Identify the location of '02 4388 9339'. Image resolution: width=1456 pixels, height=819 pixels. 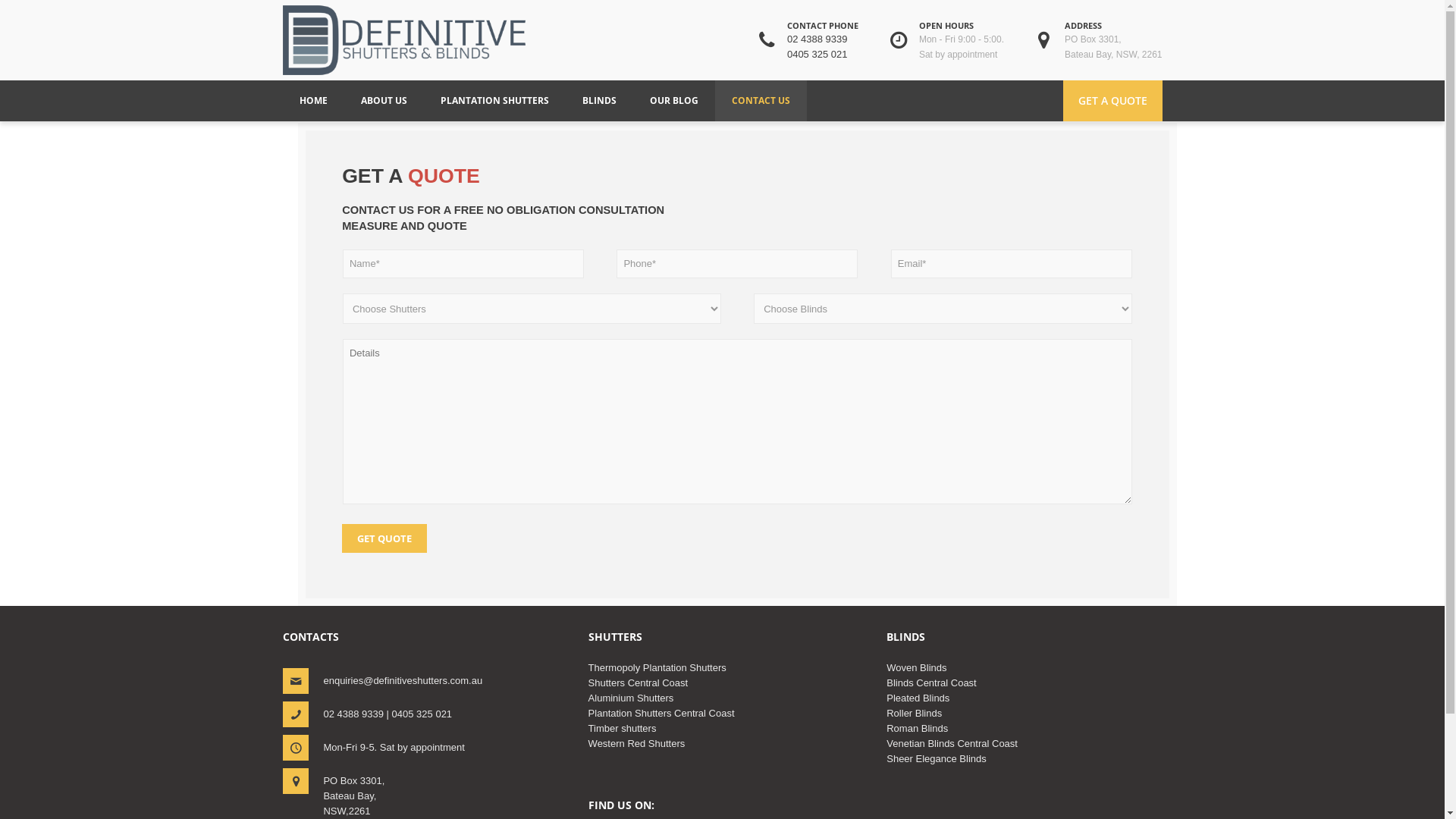
(817, 38).